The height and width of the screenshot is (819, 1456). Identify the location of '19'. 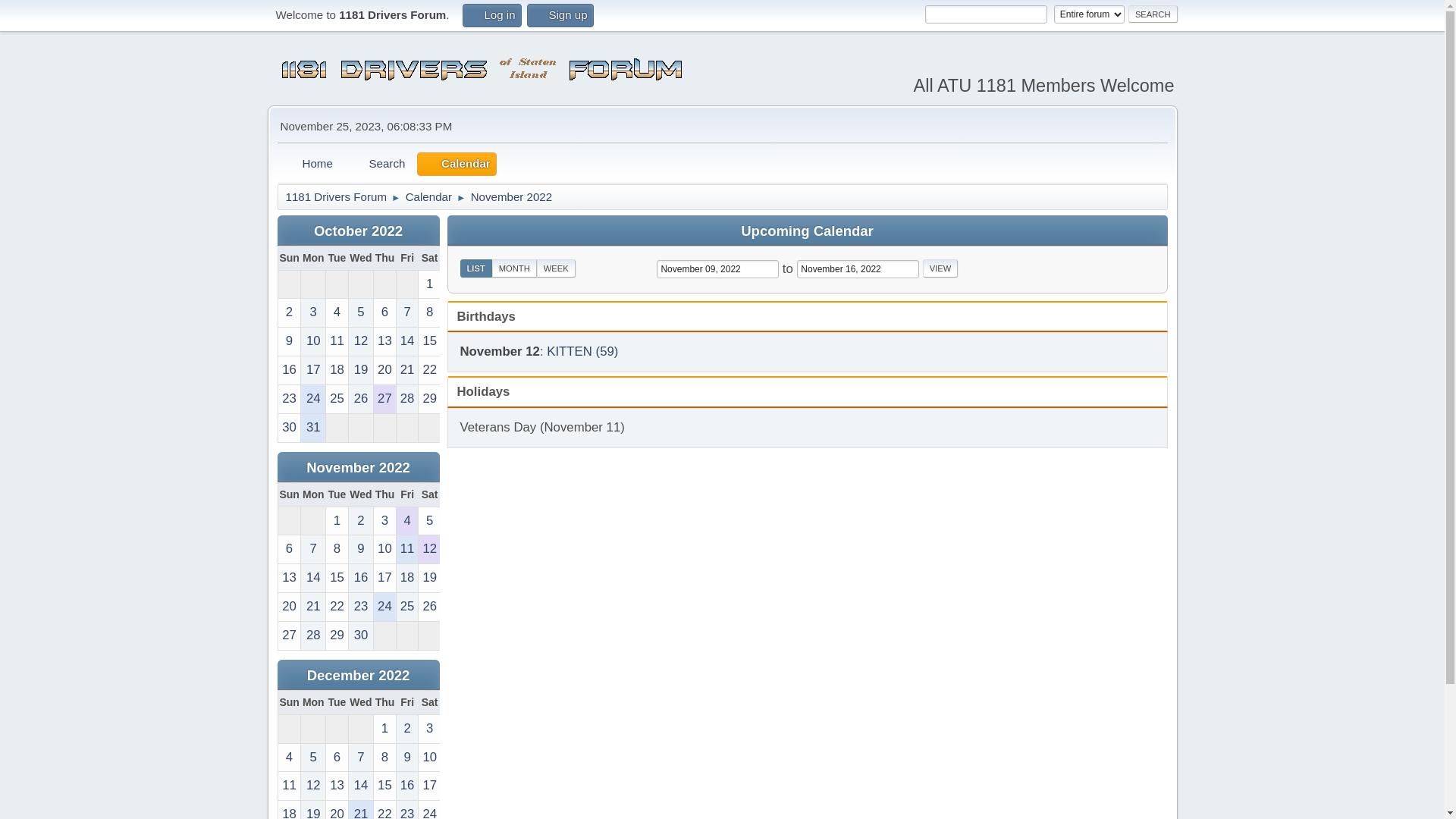
(419, 578).